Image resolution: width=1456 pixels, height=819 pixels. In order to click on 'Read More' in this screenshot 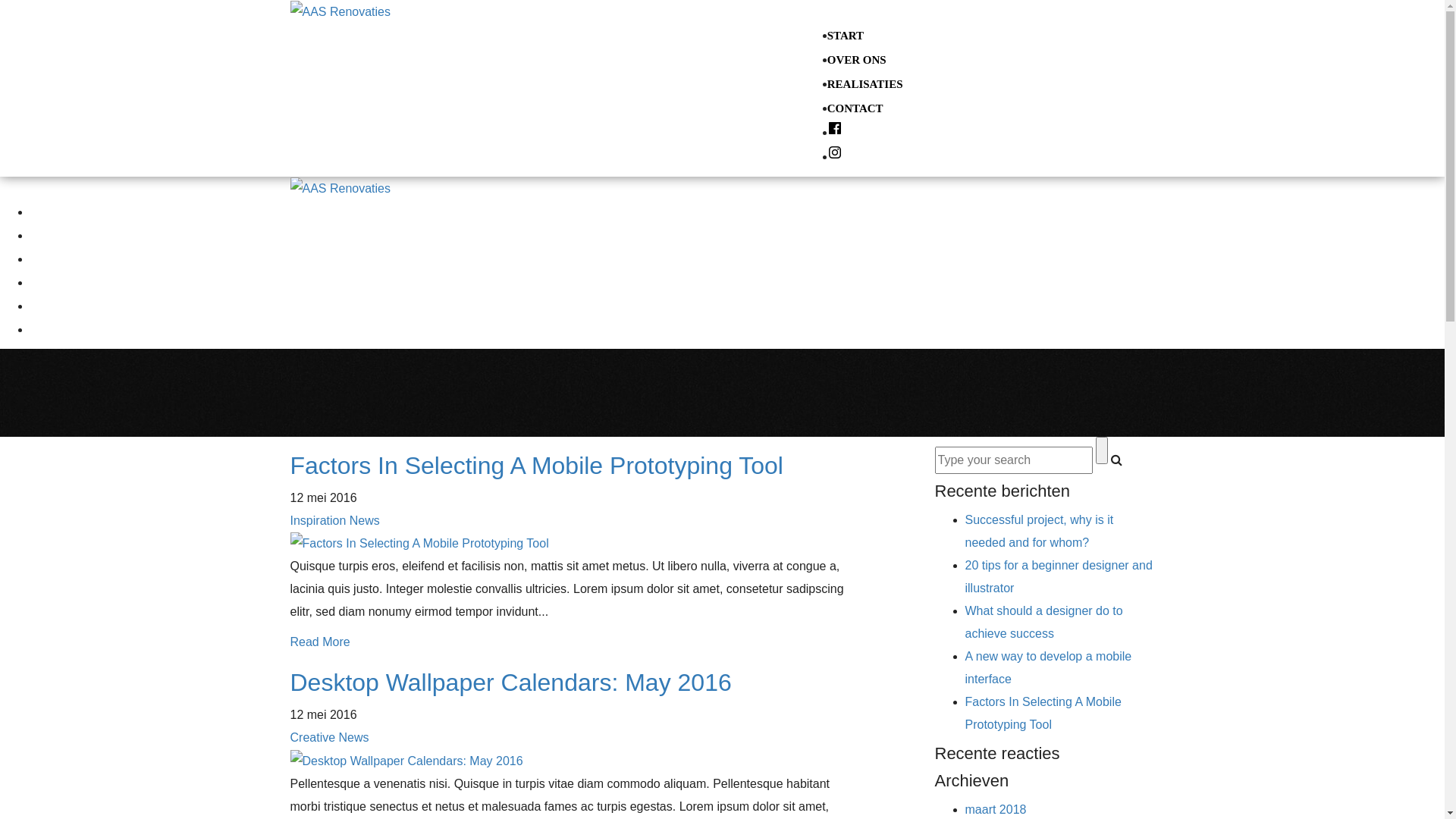, I will do `click(318, 642)`.